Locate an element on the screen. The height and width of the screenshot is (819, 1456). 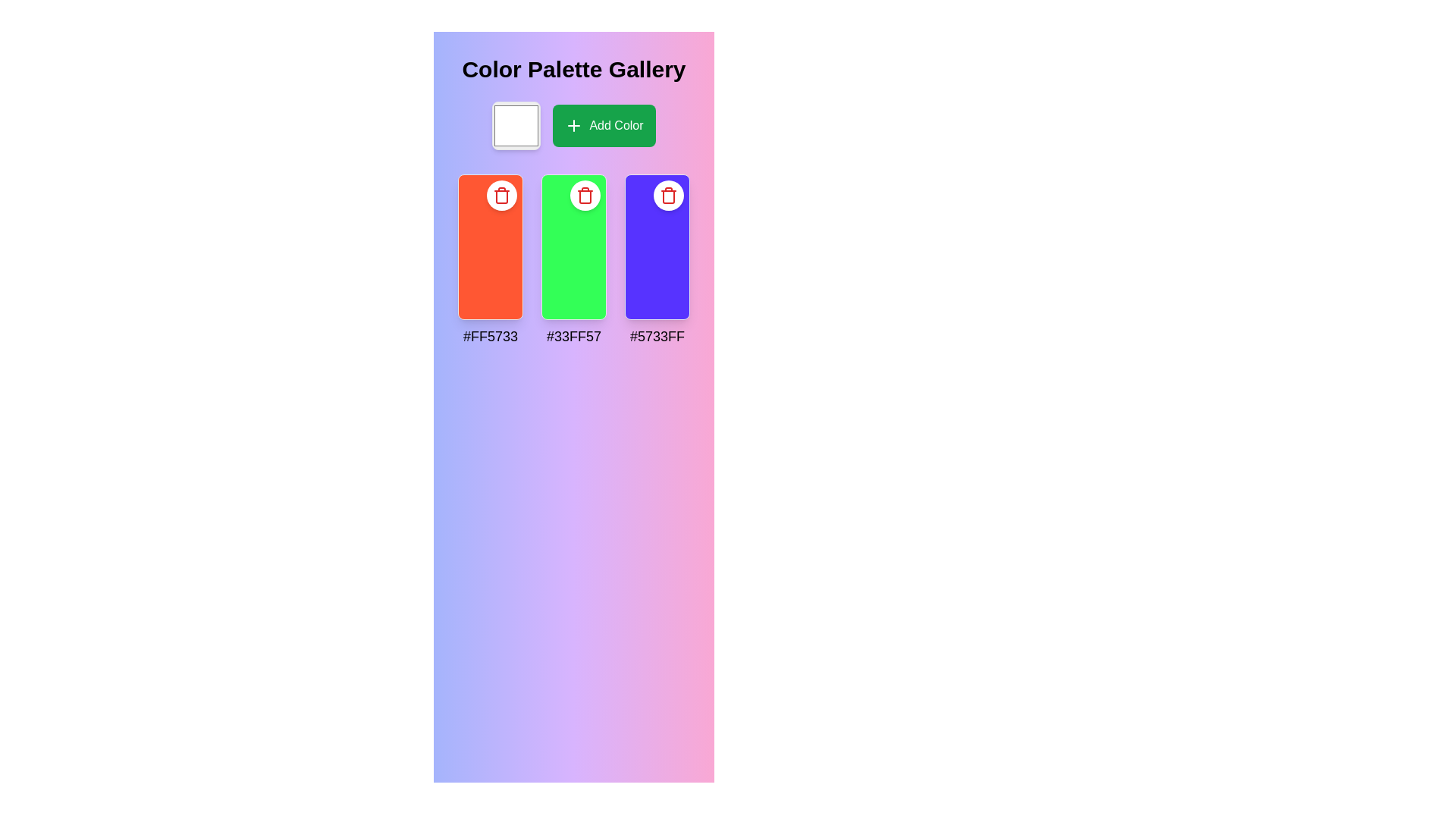
the label text displaying the hex color code located underneath the third color swatch in the horizontally aligned color palette is located at coordinates (657, 335).